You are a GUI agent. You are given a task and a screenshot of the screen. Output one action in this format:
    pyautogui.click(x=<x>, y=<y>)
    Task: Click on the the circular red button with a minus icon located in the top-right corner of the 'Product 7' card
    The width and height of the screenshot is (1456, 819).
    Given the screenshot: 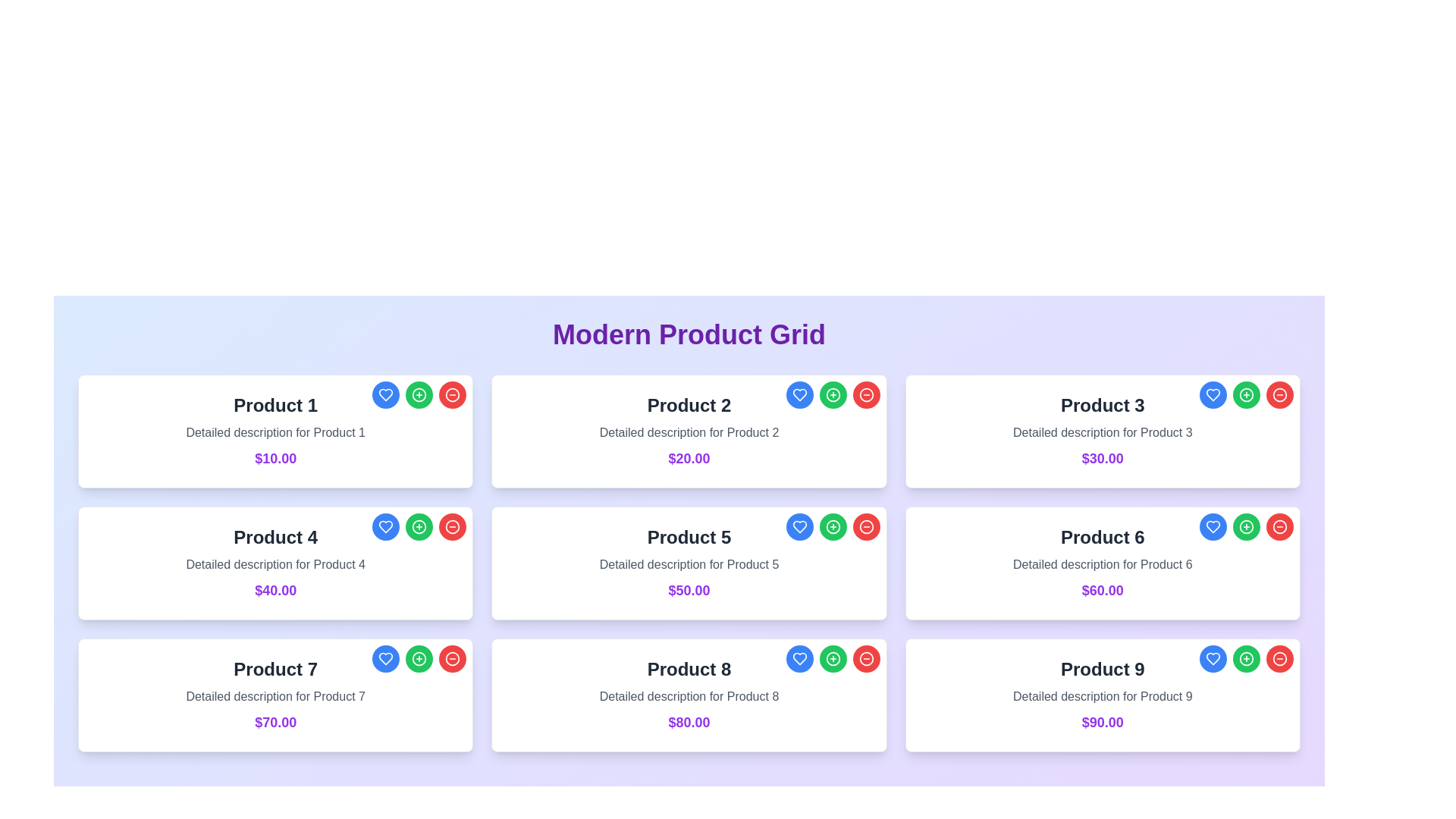 What is the action you would take?
    pyautogui.click(x=452, y=657)
    